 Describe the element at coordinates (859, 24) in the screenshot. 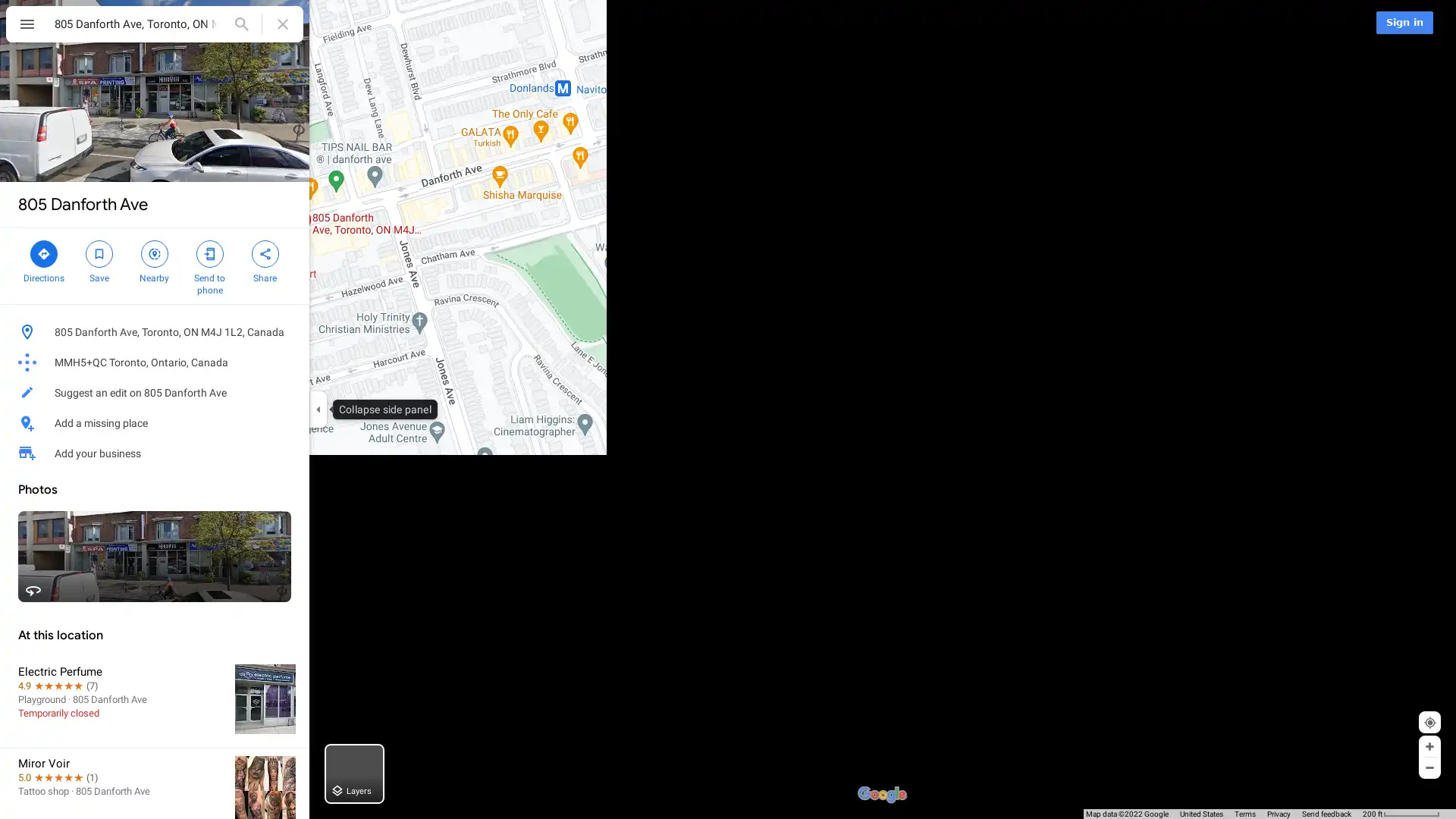

I see `ATMs` at that location.